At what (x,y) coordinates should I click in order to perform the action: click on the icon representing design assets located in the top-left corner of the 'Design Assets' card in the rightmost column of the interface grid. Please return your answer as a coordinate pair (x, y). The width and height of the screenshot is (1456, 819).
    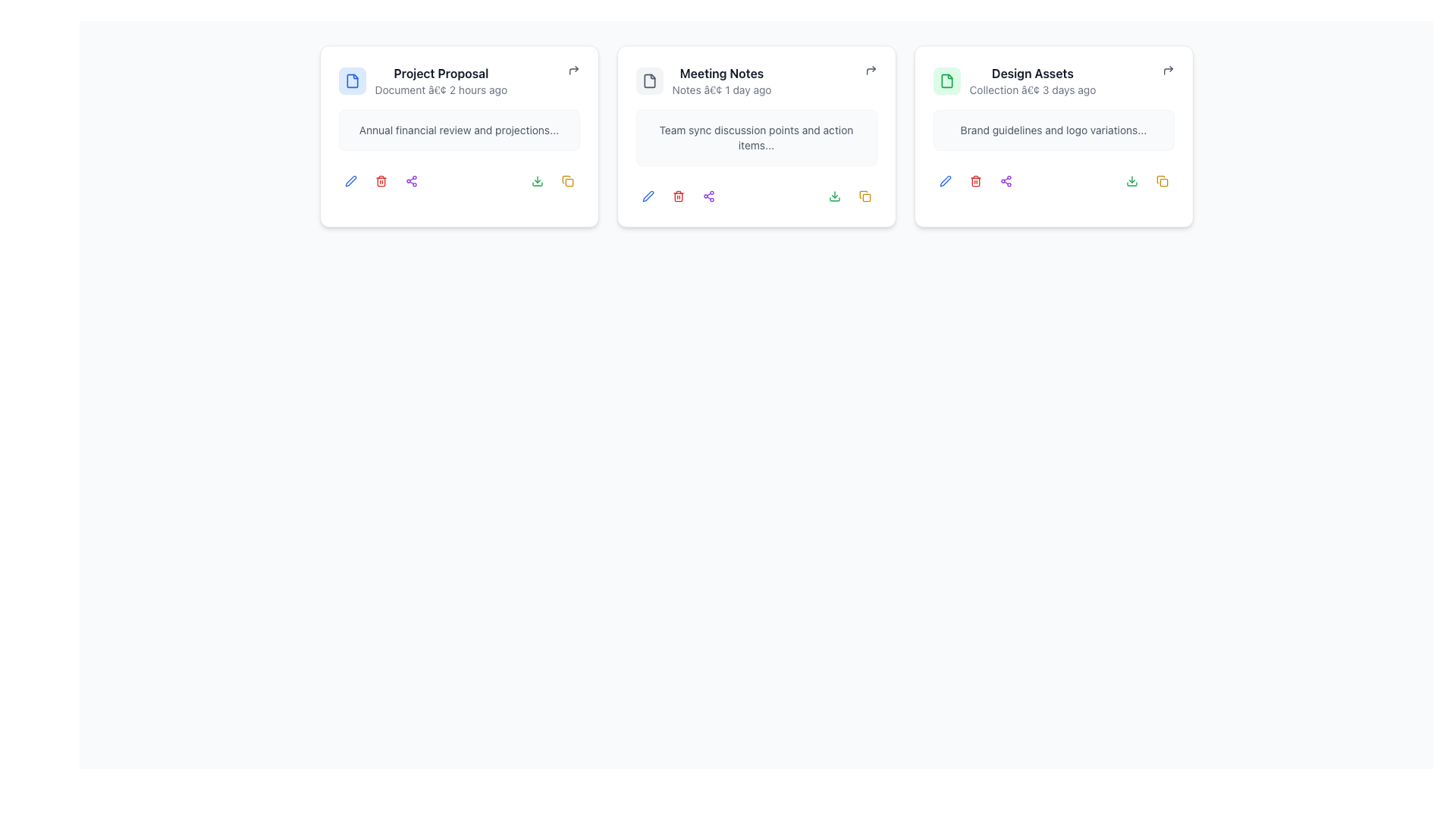
    Looking at the image, I should click on (946, 81).